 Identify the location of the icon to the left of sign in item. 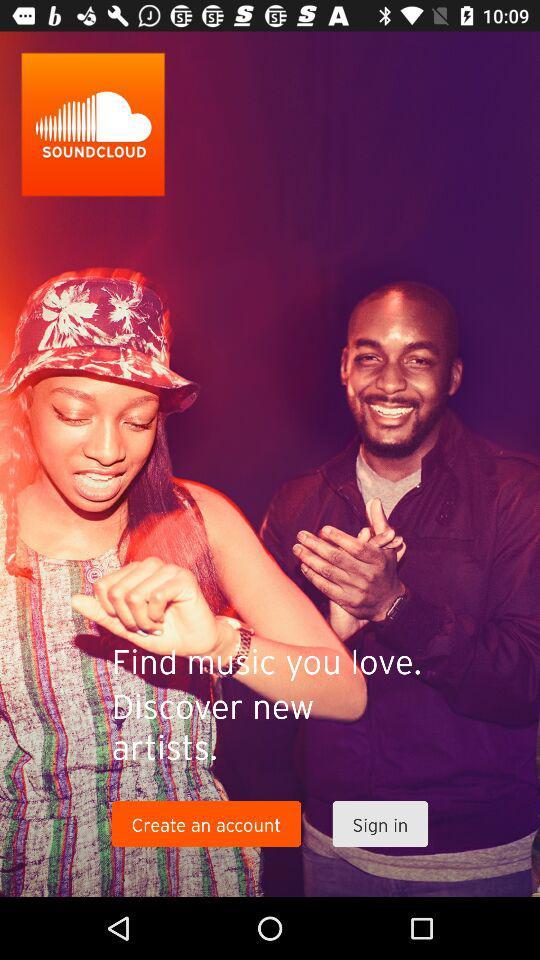
(205, 824).